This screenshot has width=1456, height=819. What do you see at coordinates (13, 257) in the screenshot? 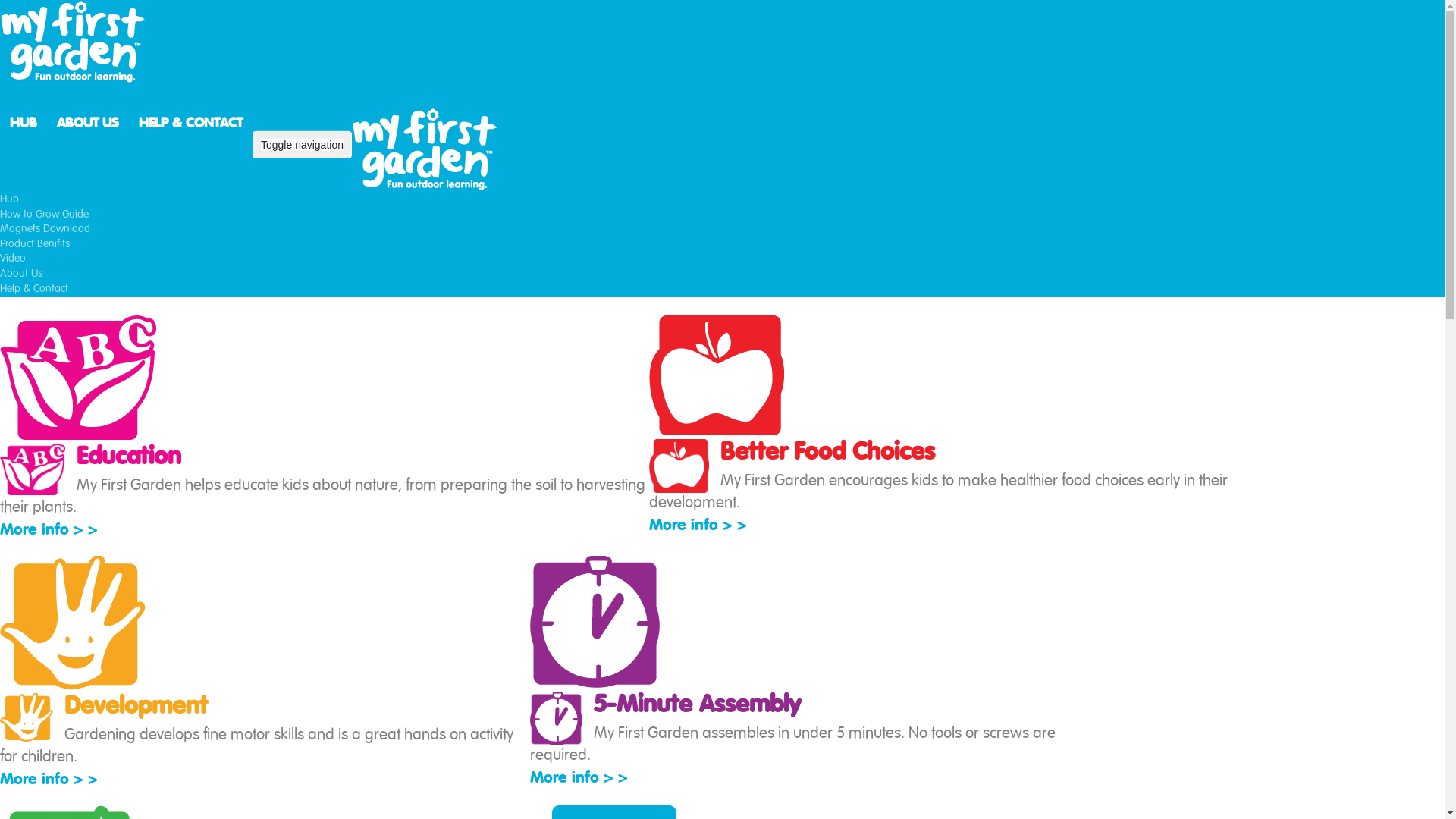
I see `'Video'` at bounding box center [13, 257].